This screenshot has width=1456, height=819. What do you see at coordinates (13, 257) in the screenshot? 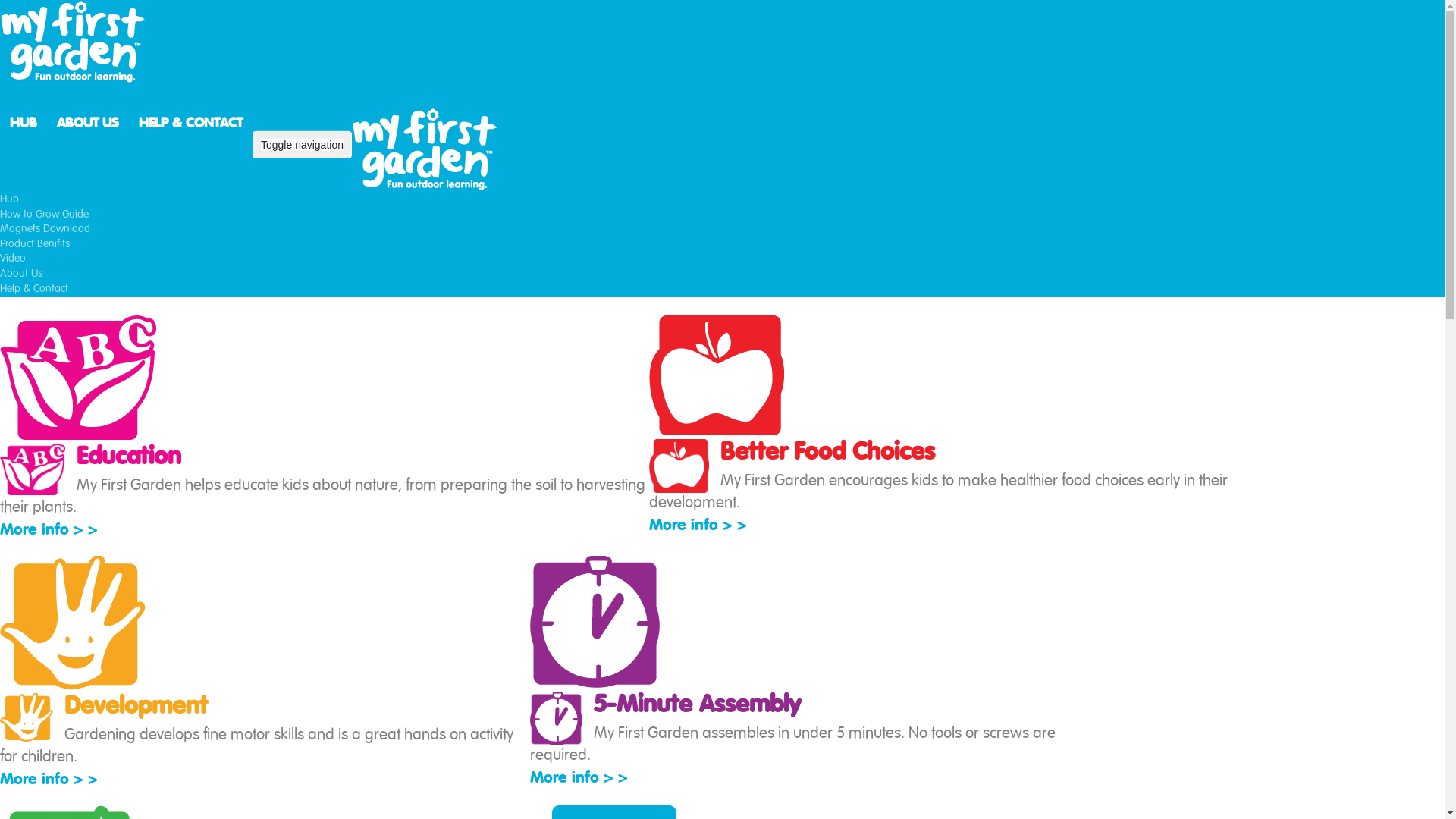
I see `'Video'` at bounding box center [13, 257].